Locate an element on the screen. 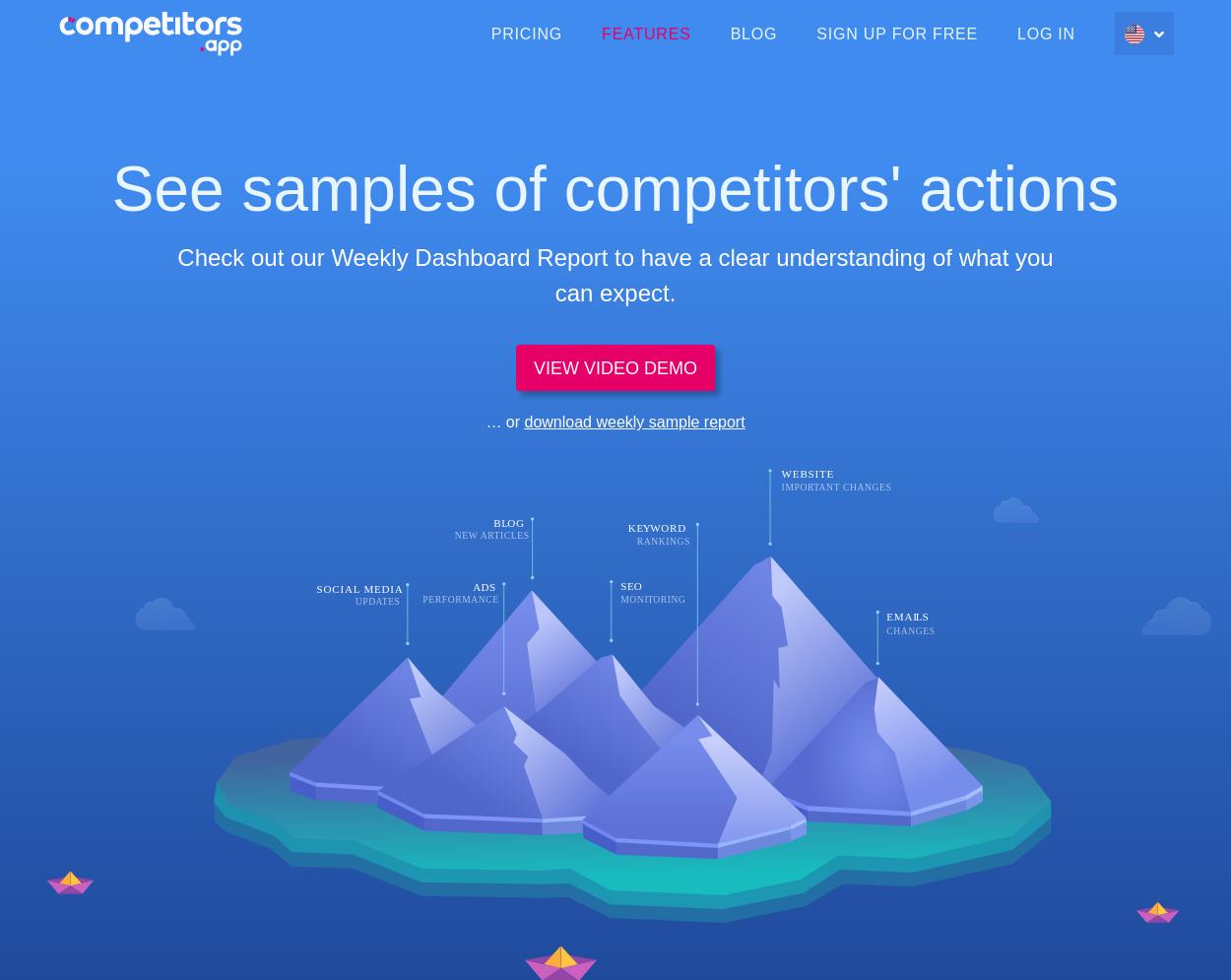 The height and width of the screenshot is (980, 1231). 'W' is located at coordinates (655, 526).